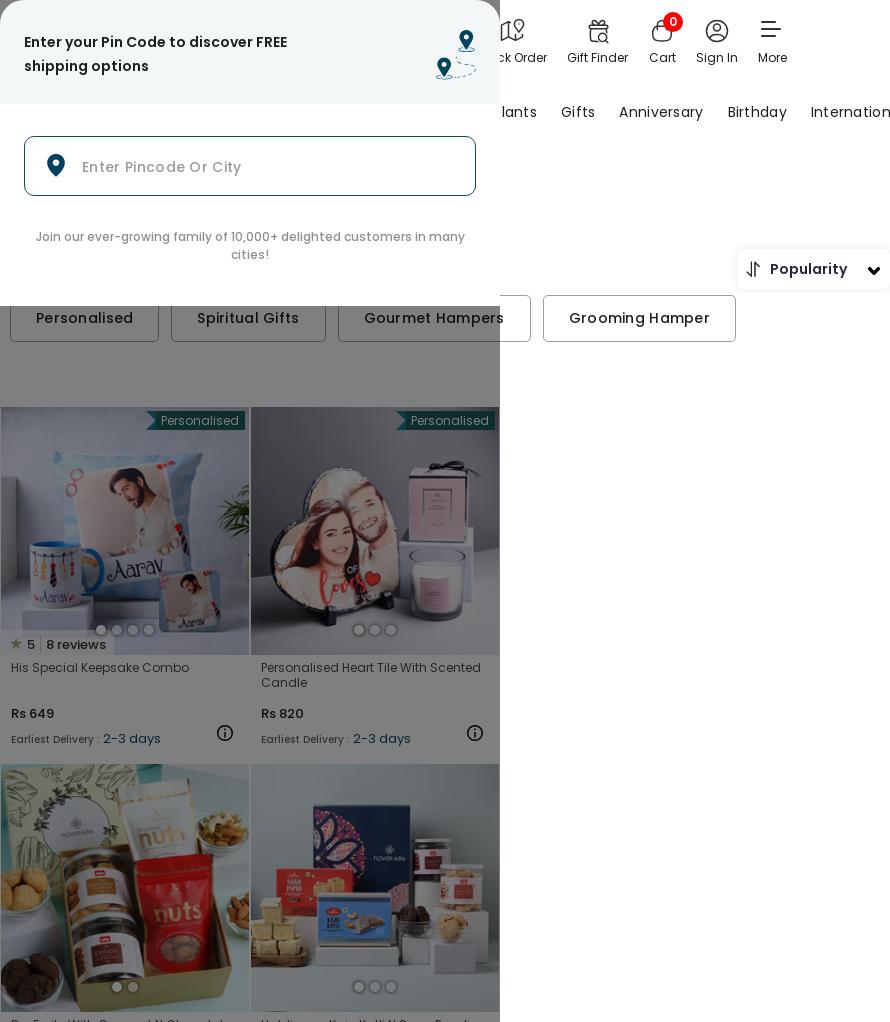 The image size is (890, 1022). I want to click on '8', so click(50, 643).